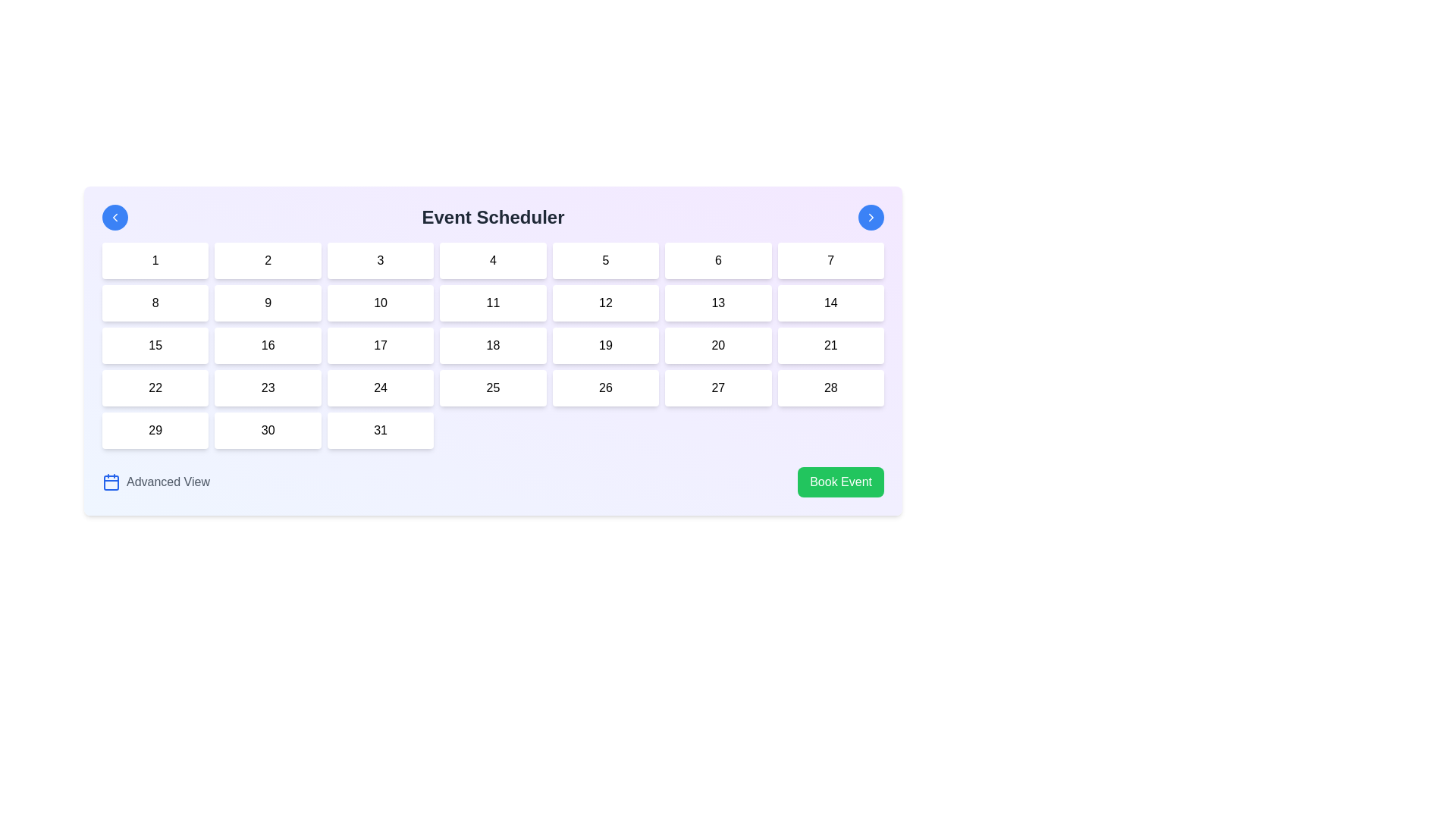 This screenshot has width=1456, height=819. Describe the element at coordinates (830, 345) in the screenshot. I see `the button labeled '21' which is styled with a white background and rounded corners, positioned in the fifth row and last column of a 7-column grid layout` at that location.